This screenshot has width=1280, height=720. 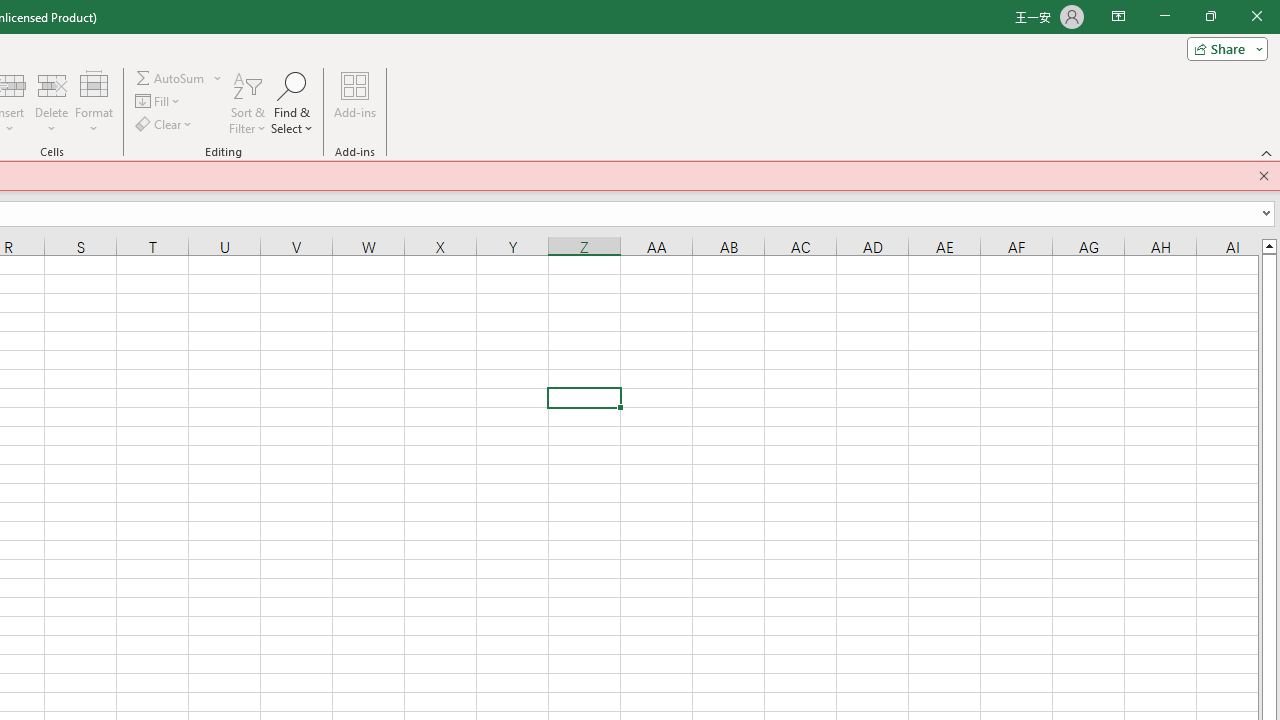 What do you see at coordinates (1263, 175) in the screenshot?
I see `'Close this message'` at bounding box center [1263, 175].